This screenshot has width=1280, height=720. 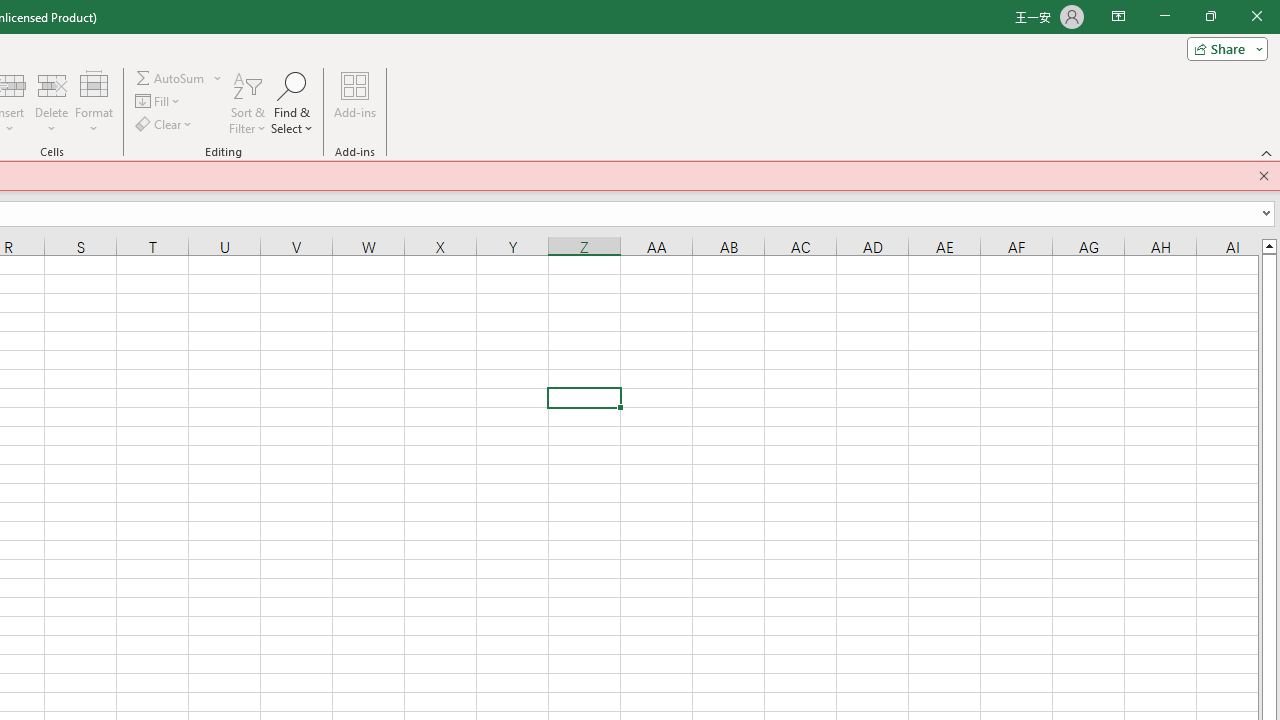 What do you see at coordinates (1263, 175) in the screenshot?
I see `'Close this message'` at bounding box center [1263, 175].